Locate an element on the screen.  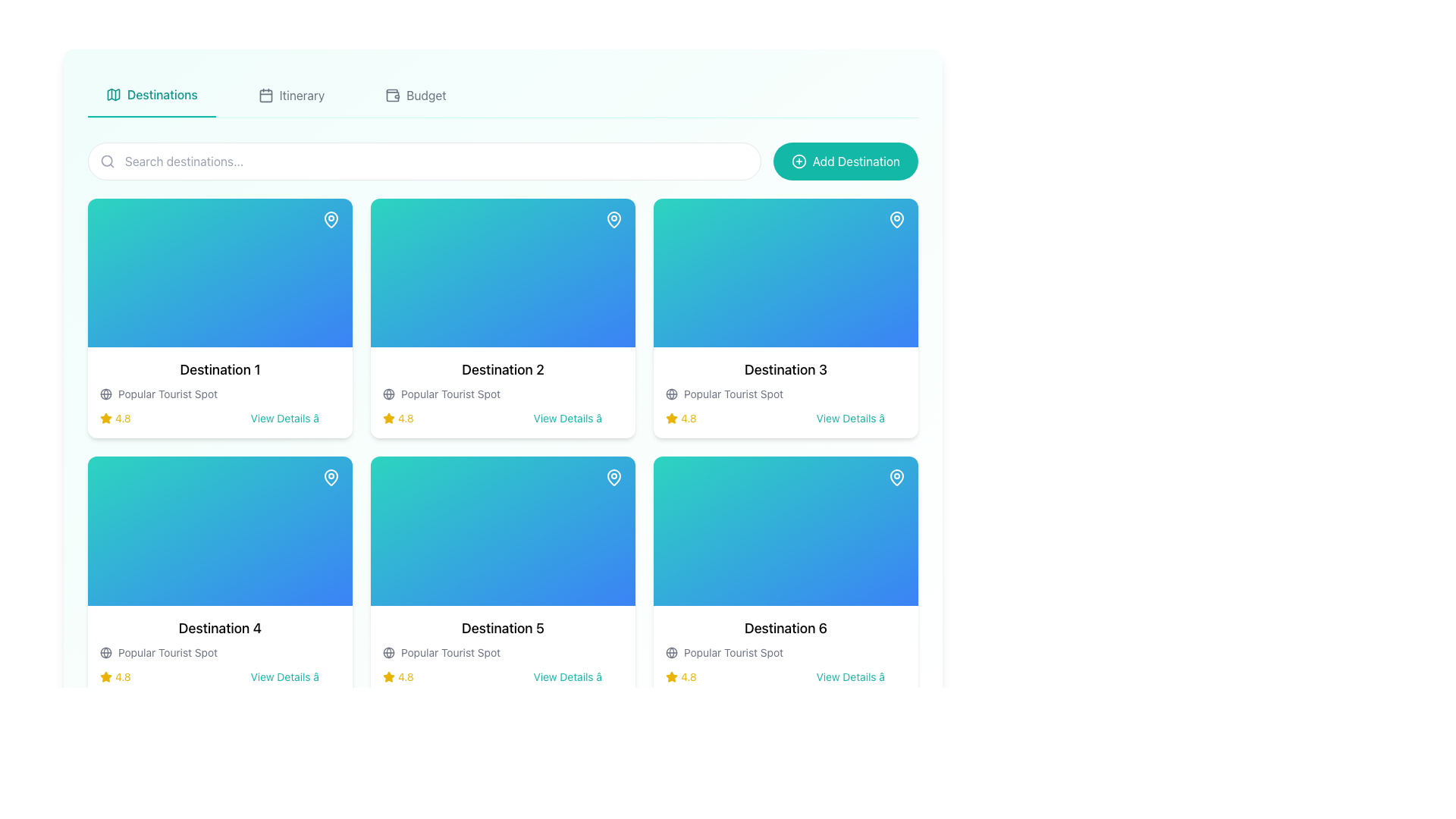
the globe icon located at the top-left of the text 'Popular Tourist Spot' within the card 'Destination 2' is located at coordinates (389, 394).